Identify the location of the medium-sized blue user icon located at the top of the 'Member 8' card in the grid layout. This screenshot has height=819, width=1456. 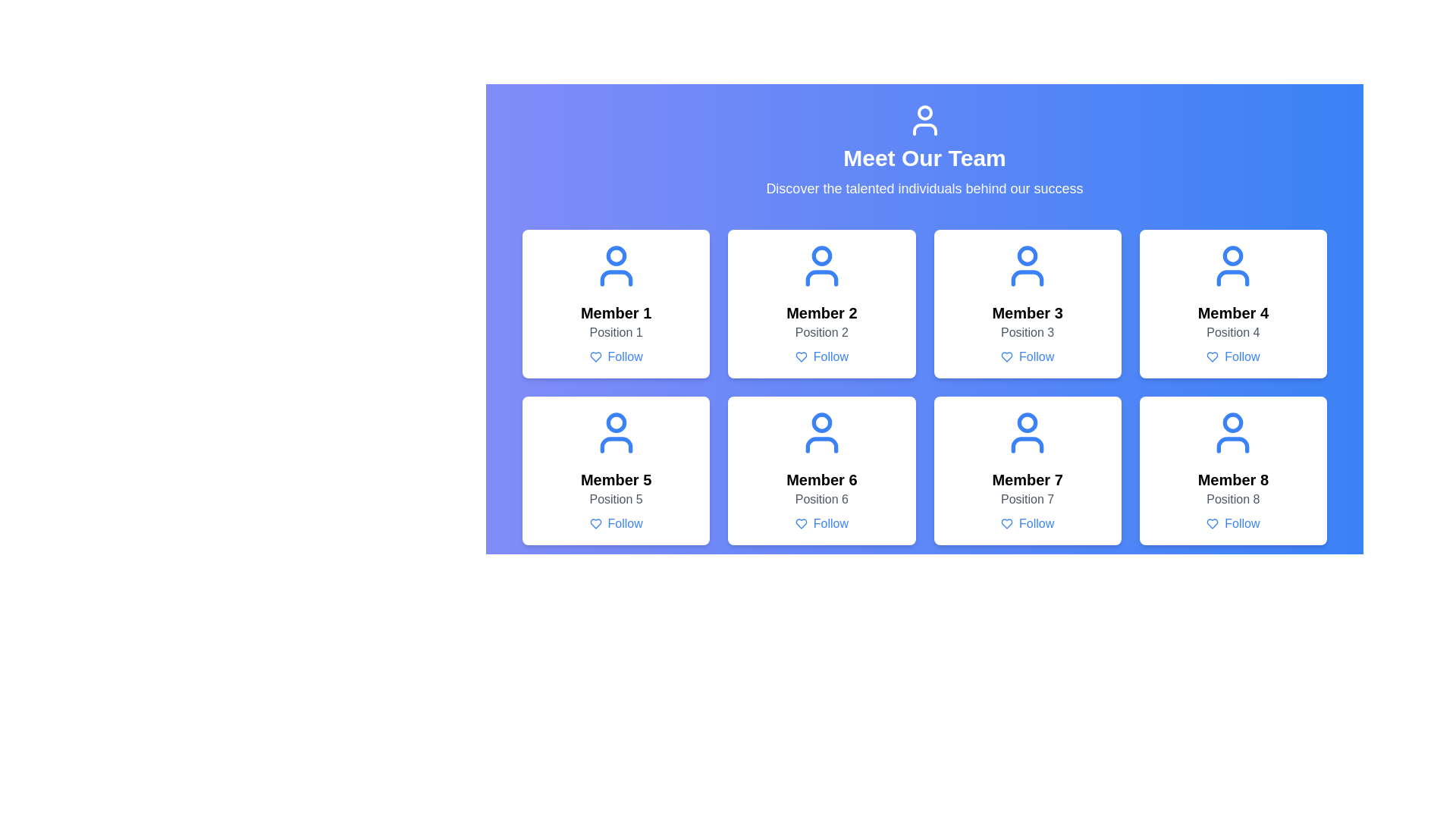
(1233, 432).